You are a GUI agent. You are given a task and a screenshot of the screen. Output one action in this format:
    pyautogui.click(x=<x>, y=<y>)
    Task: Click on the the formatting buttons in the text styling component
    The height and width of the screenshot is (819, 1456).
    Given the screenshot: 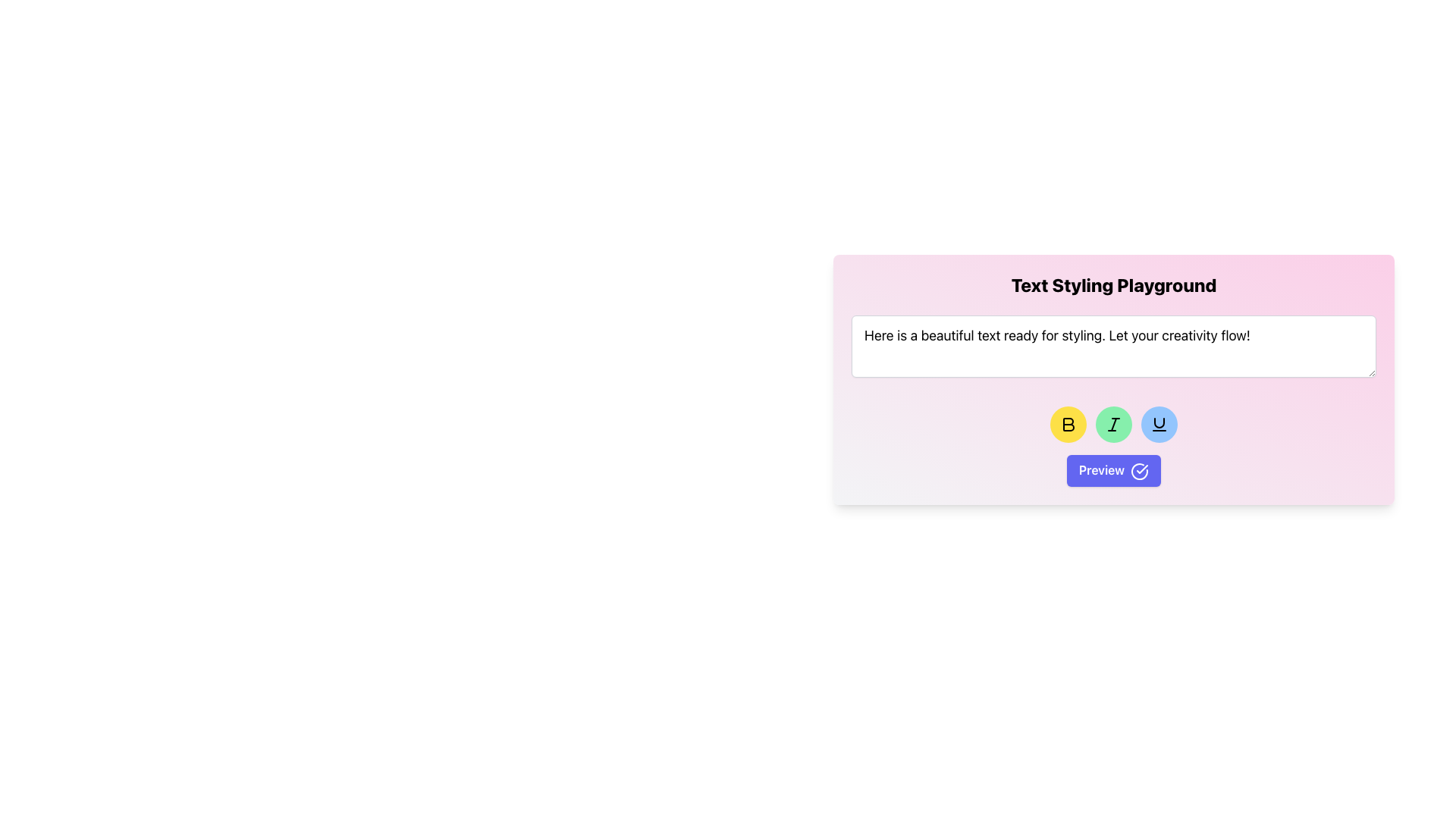 What is the action you would take?
    pyautogui.click(x=1113, y=378)
    